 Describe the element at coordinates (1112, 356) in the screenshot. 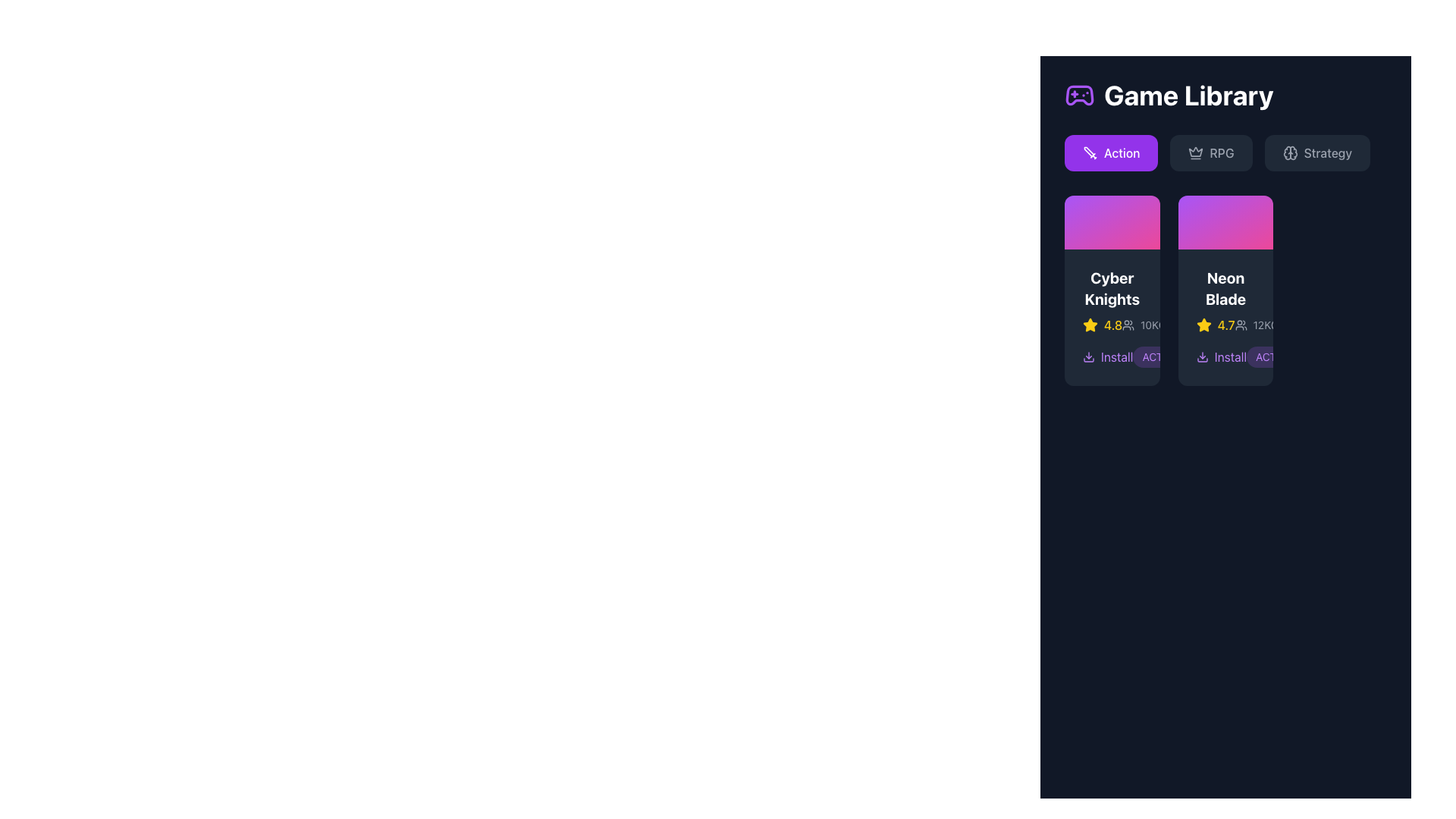

I see `the 'Install' button for the 'Cyber Knights' game located at the bottom center of the game card to initiate the installation or download process` at that location.